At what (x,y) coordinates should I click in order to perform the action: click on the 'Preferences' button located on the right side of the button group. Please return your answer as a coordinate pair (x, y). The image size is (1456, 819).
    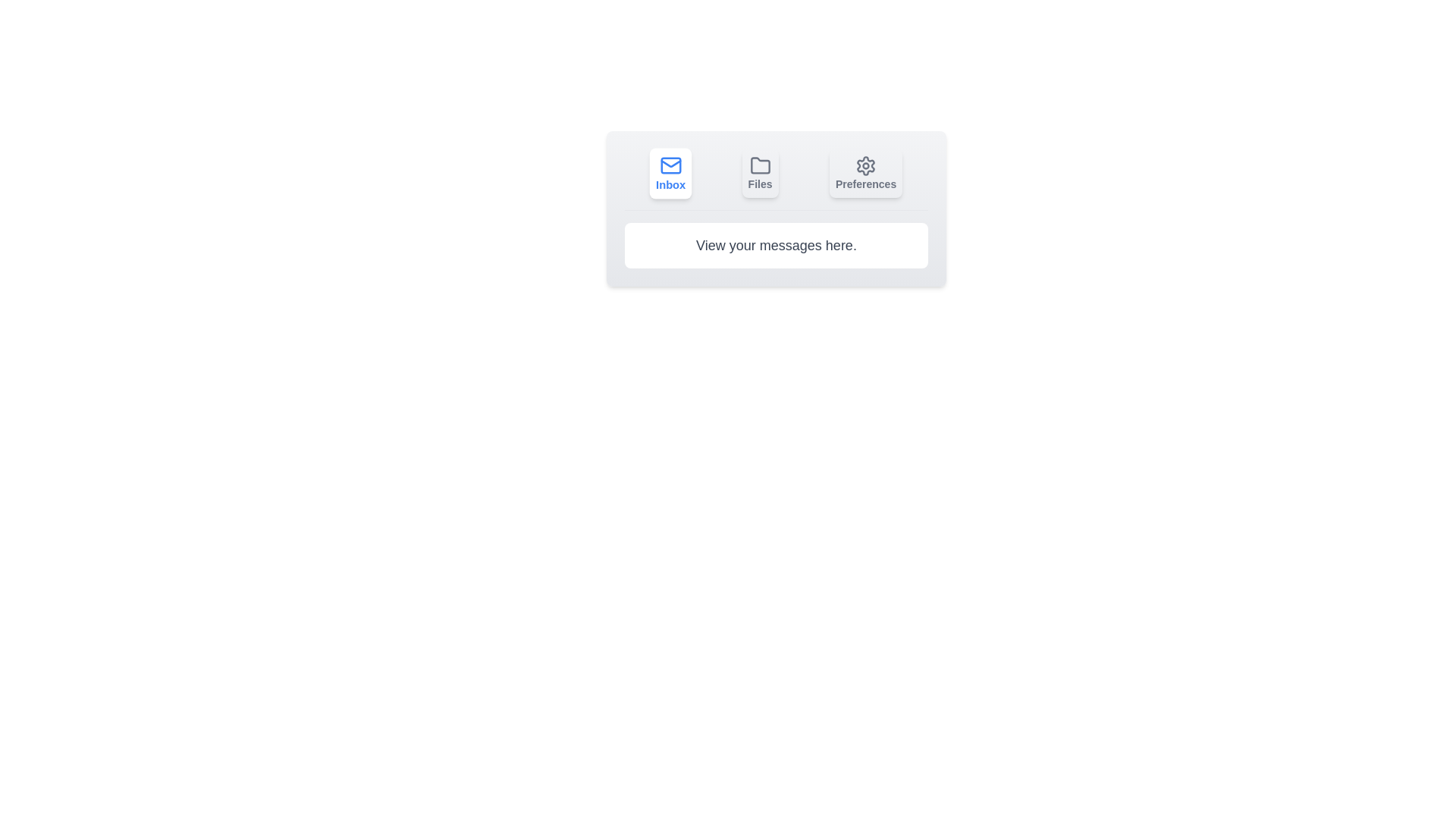
    Looking at the image, I should click on (866, 172).